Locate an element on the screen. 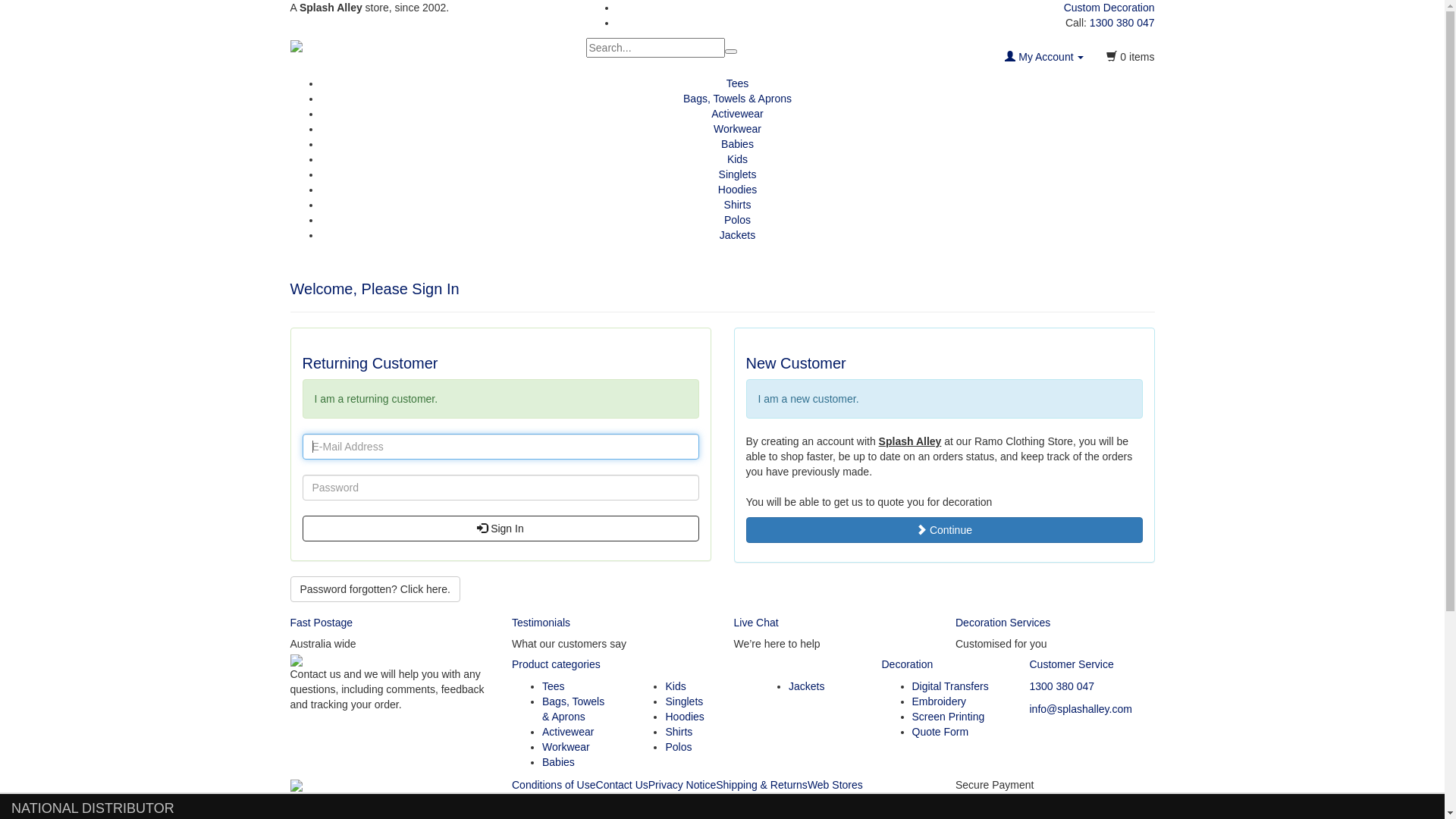  'Screen Printing' is located at coordinates (946, 717).